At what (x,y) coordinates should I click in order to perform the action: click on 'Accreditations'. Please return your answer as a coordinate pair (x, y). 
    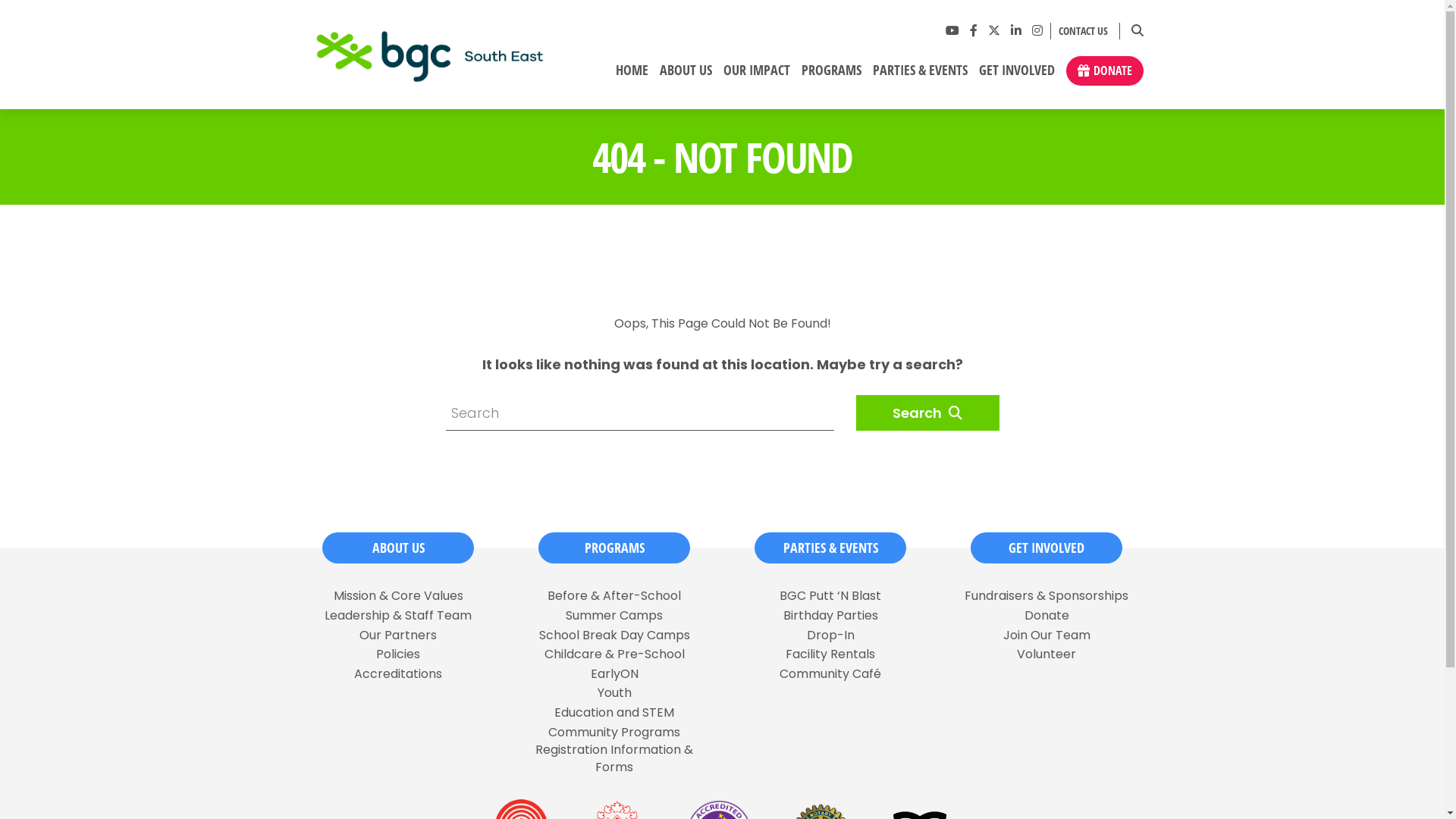
    Looking at the image, I should click on (397, 673).